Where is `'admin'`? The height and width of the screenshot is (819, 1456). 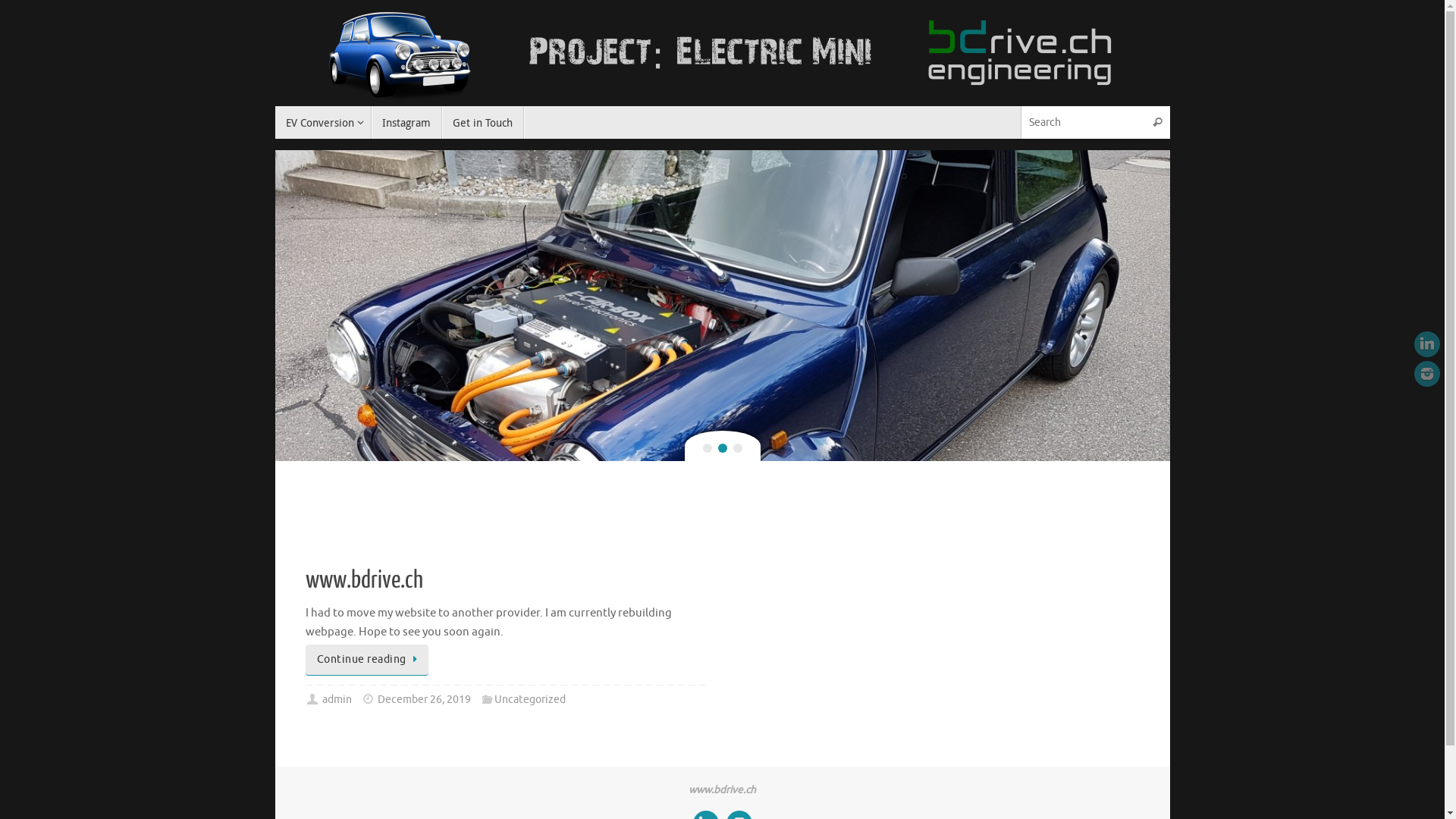
'admin' is located at coordinates (336, 699).